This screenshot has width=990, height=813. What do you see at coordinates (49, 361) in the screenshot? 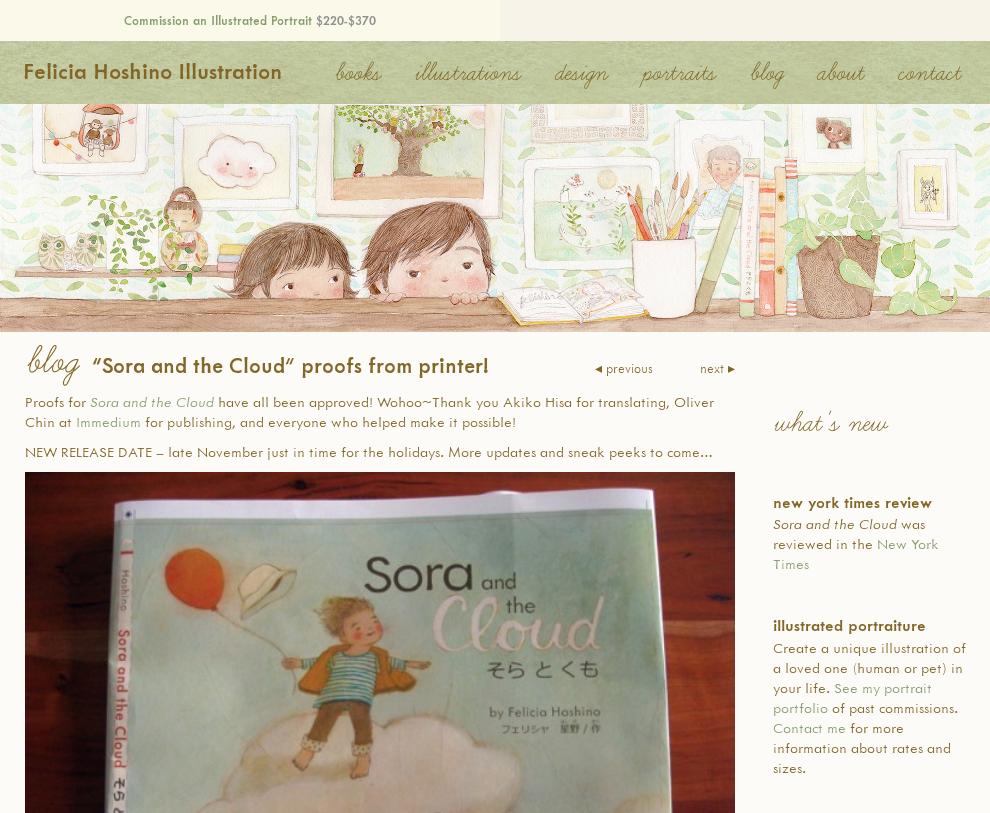
I see `'Blog'` at bounding box center [49, 361].